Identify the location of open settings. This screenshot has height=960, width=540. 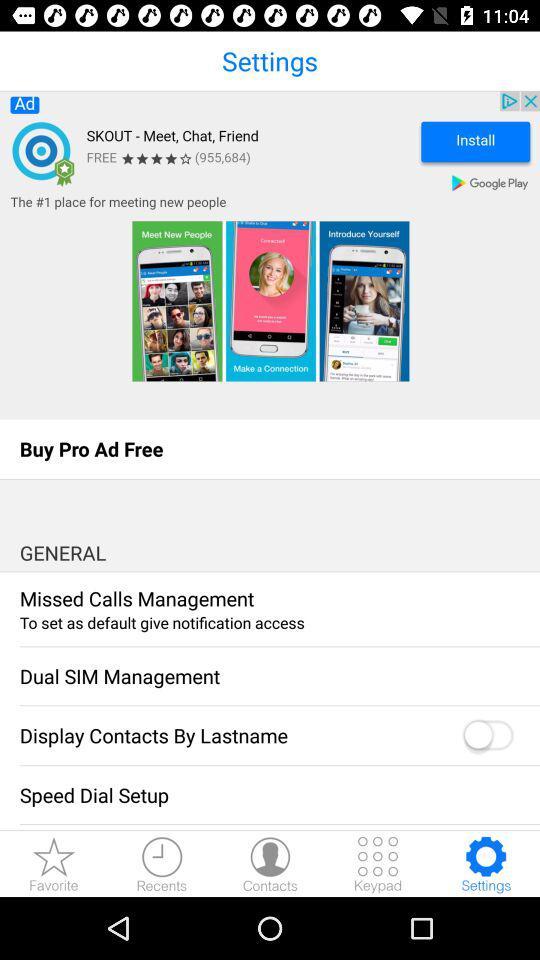
(485, 863).